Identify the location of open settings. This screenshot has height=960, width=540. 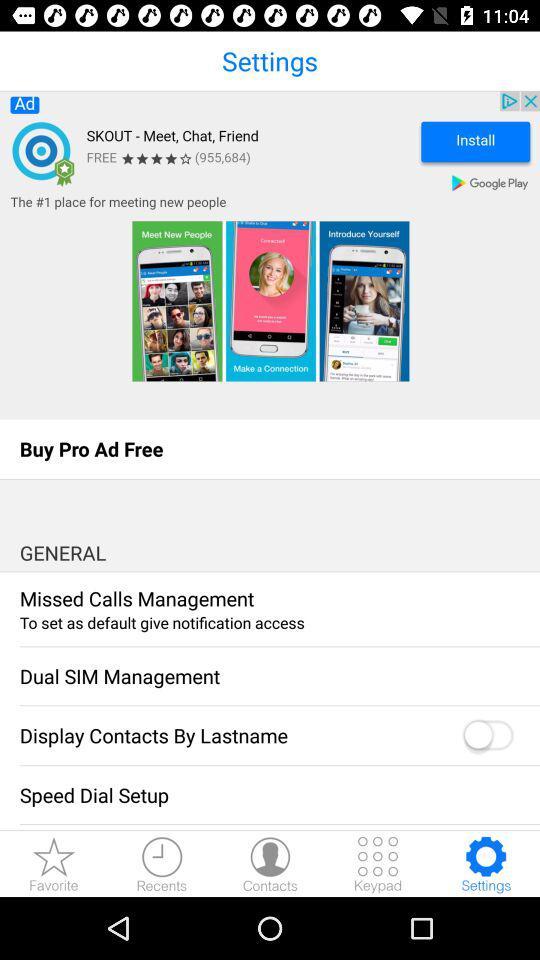
(485, 863).